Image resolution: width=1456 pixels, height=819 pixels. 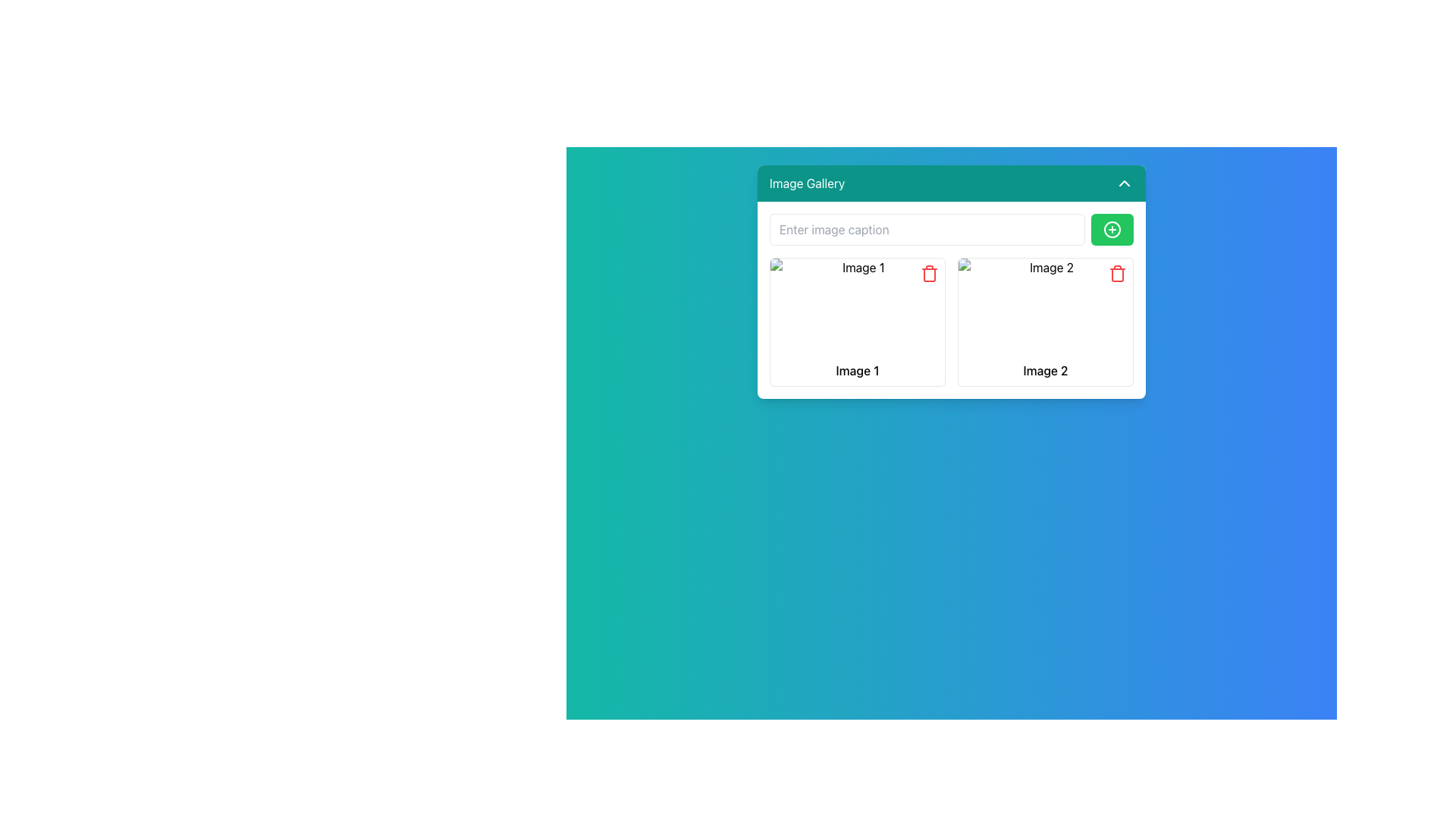 I want to click on the medium-sized, rectangular button with rounded corners, styled with a green background and white text, which contains a '+' icon at its center, so click(x=1112, y=230).